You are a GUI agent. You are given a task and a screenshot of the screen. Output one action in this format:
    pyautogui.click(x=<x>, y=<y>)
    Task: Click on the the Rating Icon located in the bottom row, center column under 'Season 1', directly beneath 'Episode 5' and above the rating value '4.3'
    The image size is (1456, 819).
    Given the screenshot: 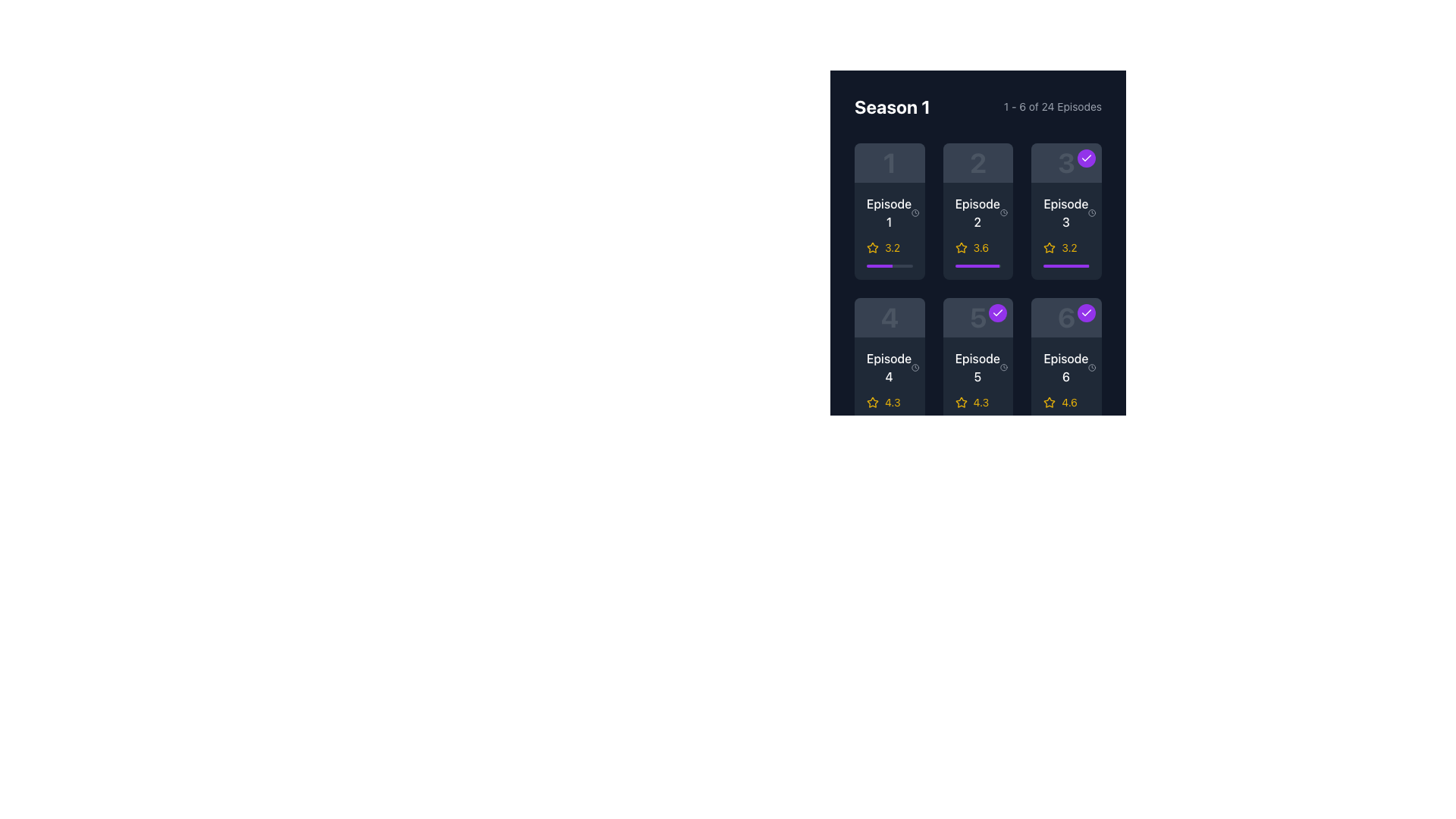 What is the action you would take?
    pyautogui.click(x=960, y=401)
    